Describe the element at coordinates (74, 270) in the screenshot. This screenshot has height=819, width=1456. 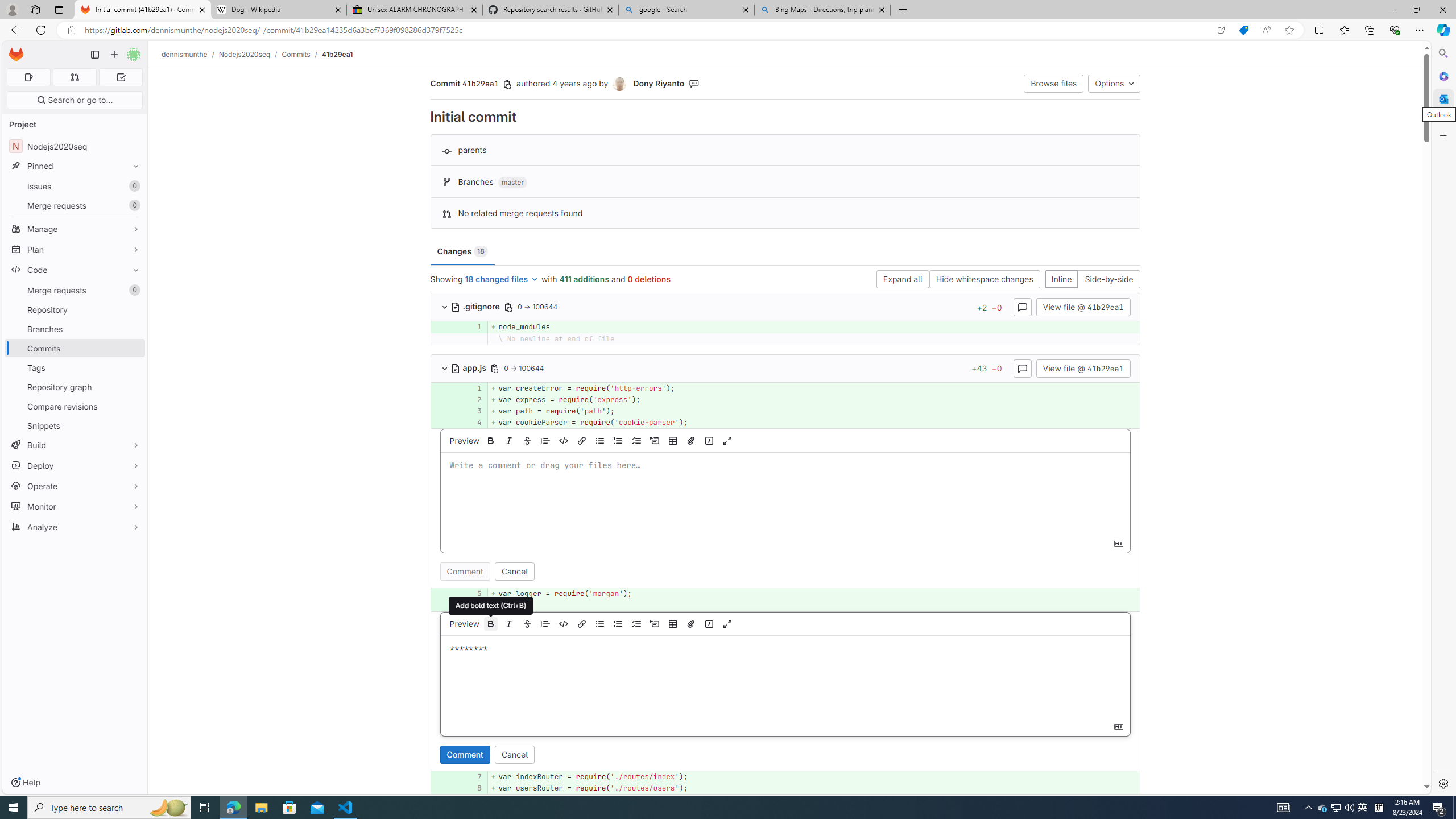
I see `'Code'` at that location.